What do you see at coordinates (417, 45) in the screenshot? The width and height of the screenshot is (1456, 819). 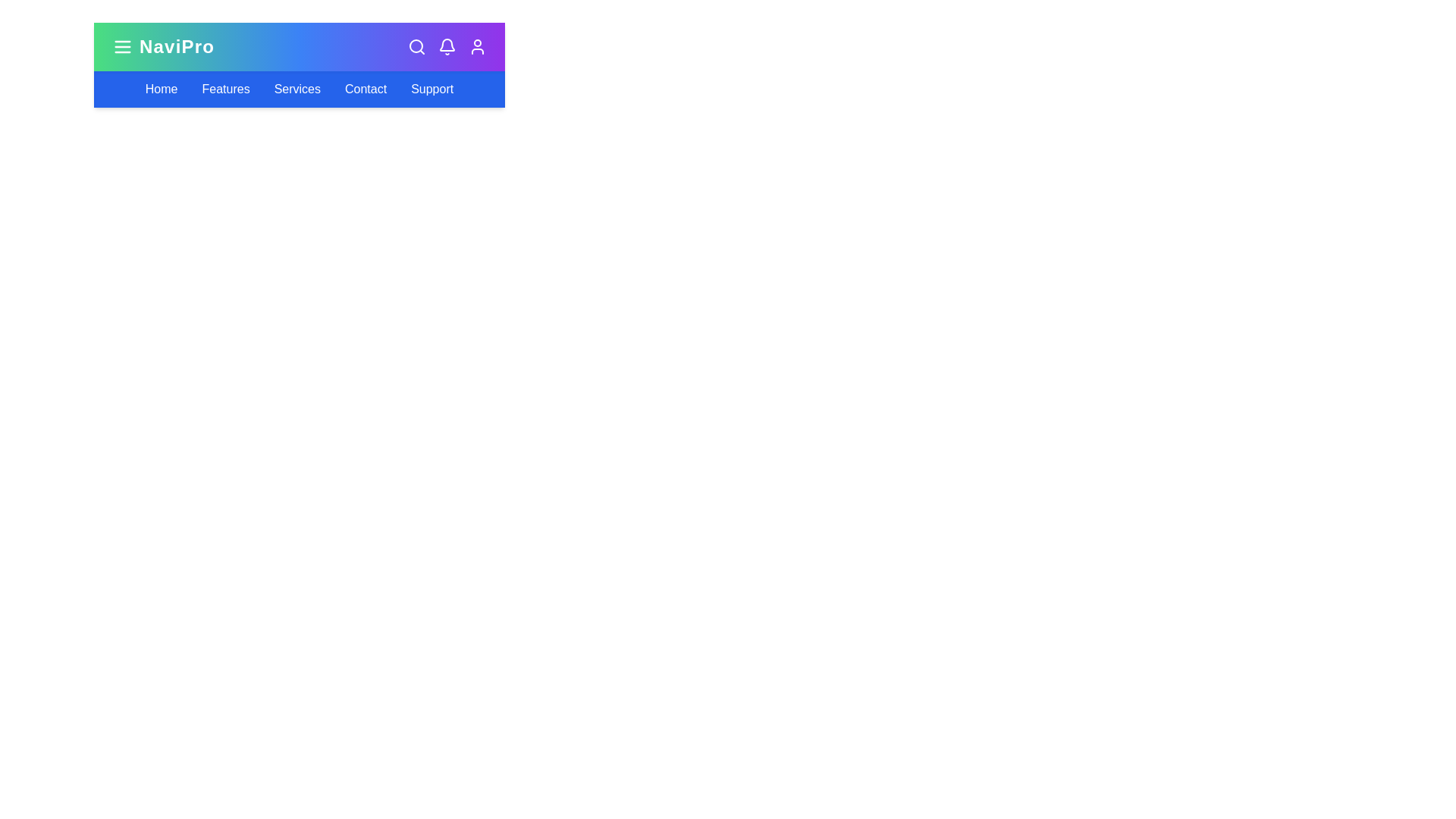 I see `the search icon in the navigation bar` at bounding box center [417, 45].